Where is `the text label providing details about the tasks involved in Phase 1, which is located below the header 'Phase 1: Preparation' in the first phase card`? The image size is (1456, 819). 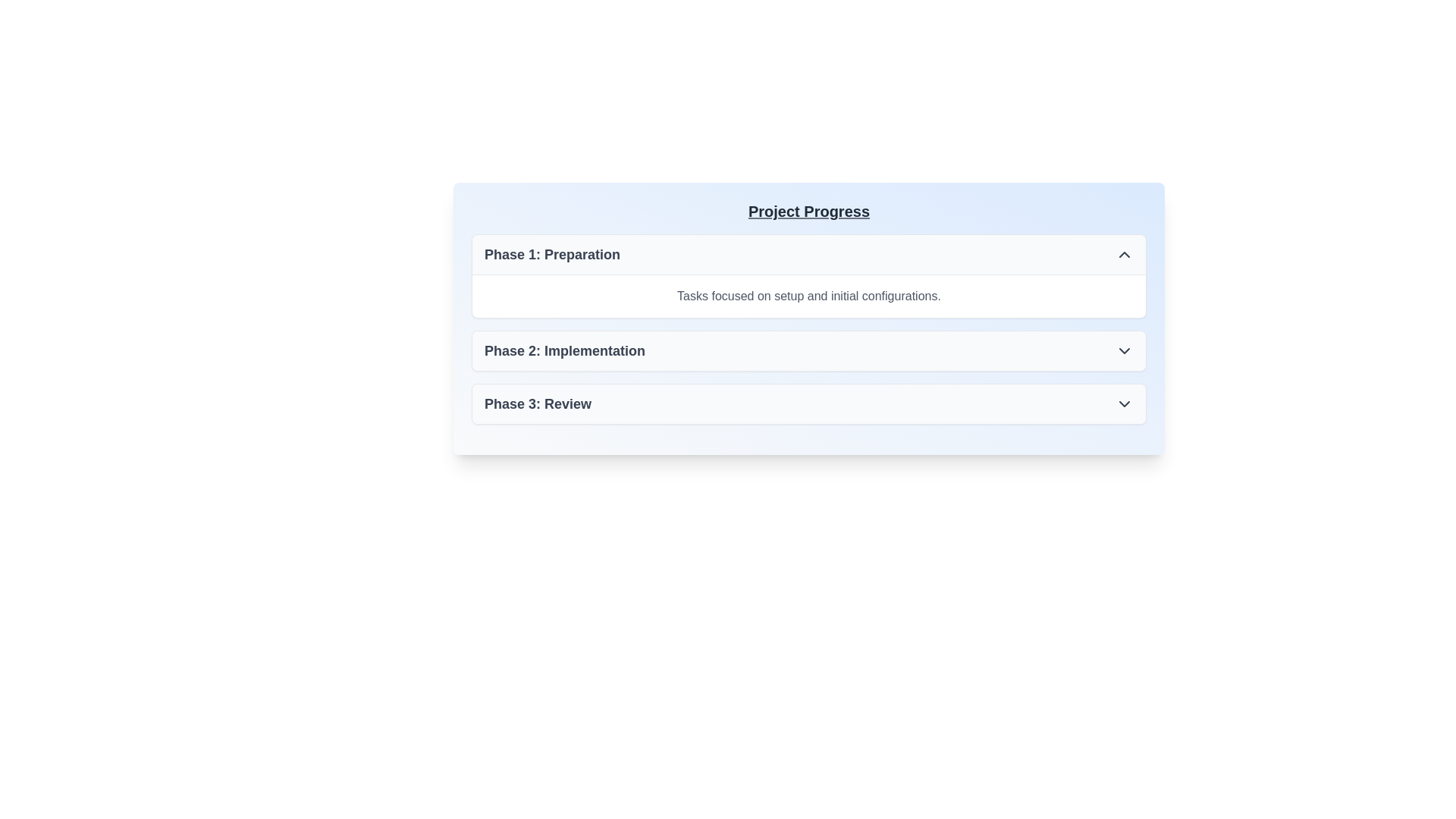 the text label providing details about the tasks involved in Phase 1, which is located below the header 'Phase 1: Preparation' in the first phase card is located at coordinates (808, 295).